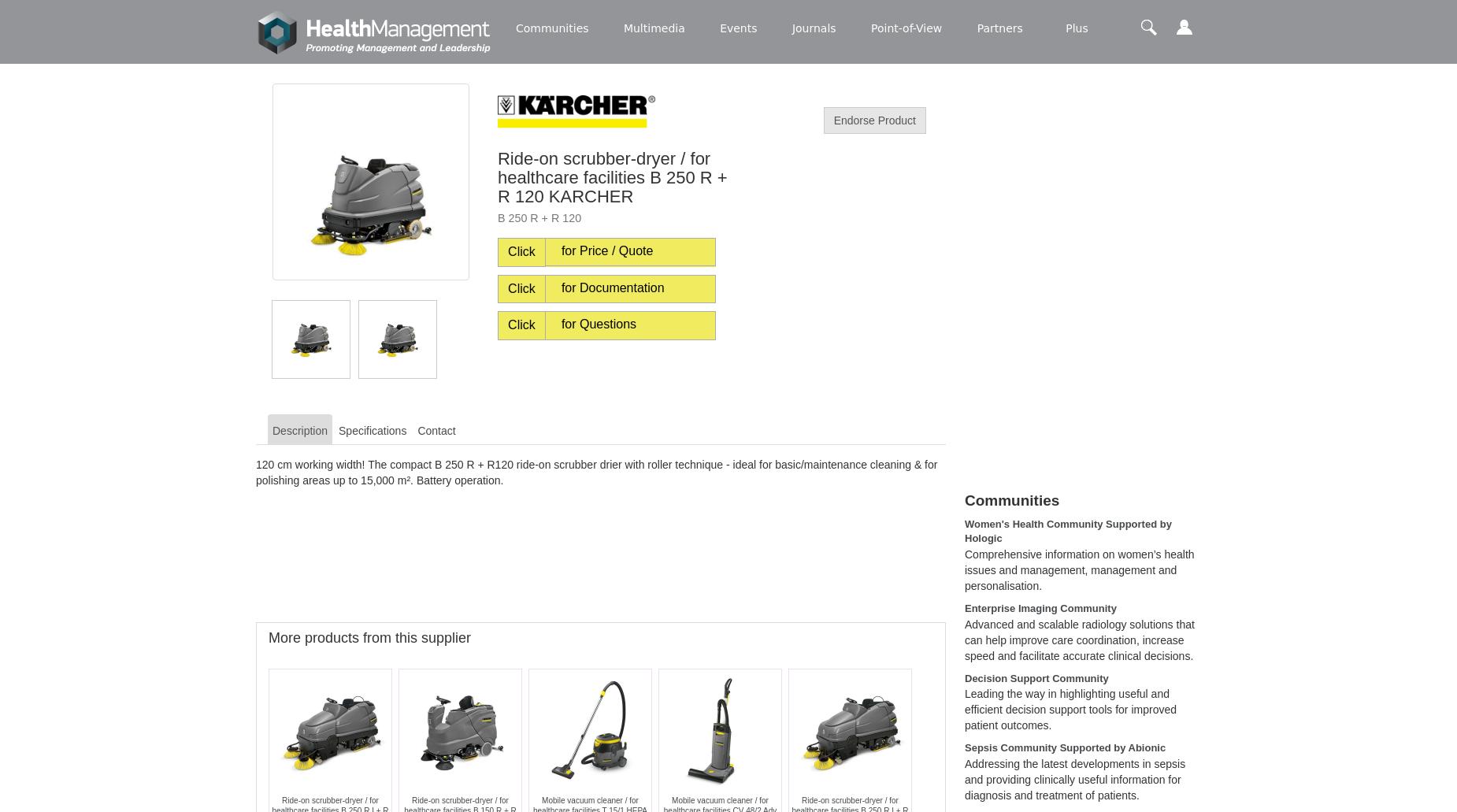  I want to click on 'Point-of-View', so click(906, 28).